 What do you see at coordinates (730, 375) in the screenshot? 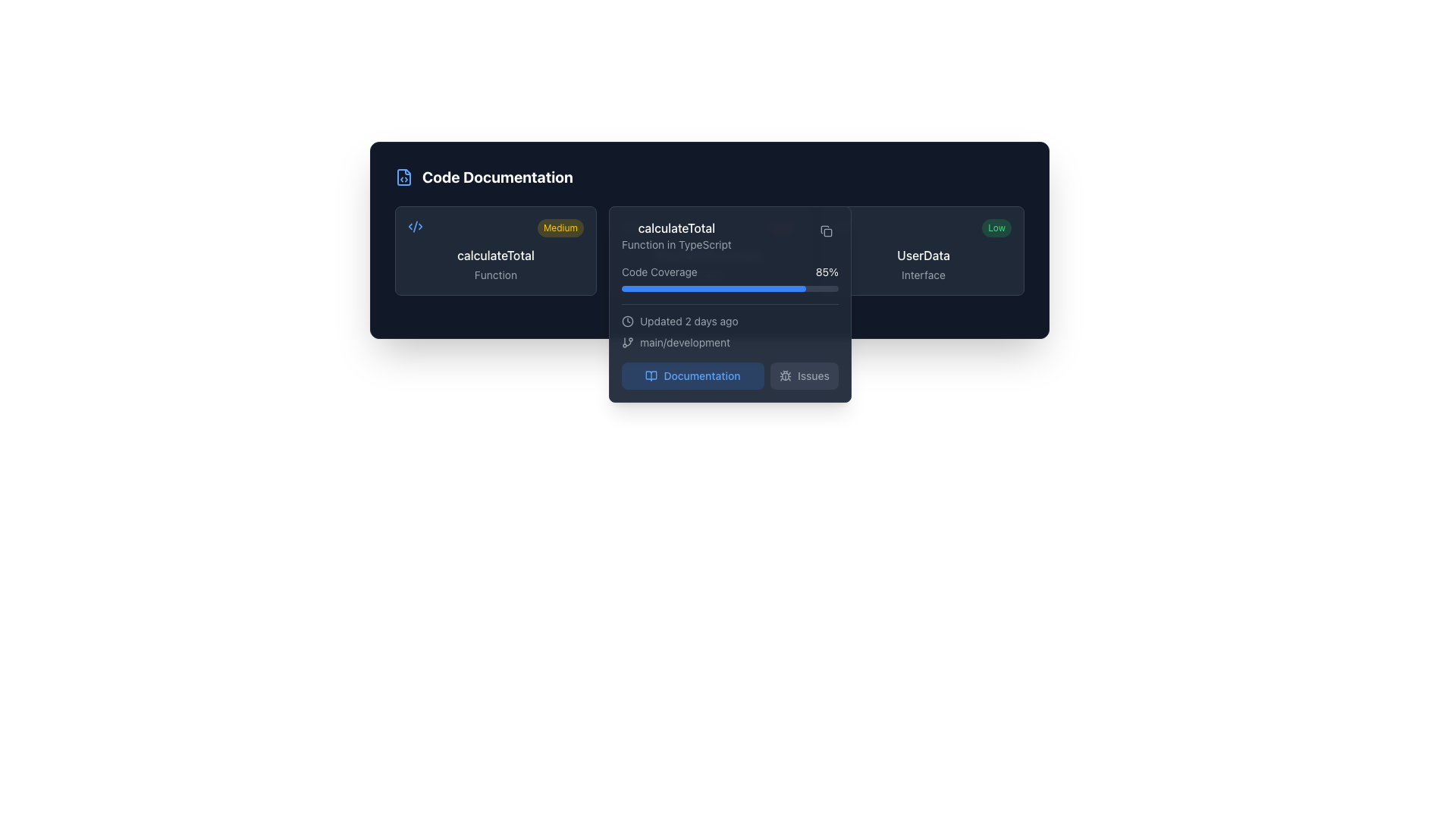
I see `the 'Documentation' button in the Button Group located at the bottom of the card section detailing the 'calculateTotal' function` at bounding box center [730, 375].